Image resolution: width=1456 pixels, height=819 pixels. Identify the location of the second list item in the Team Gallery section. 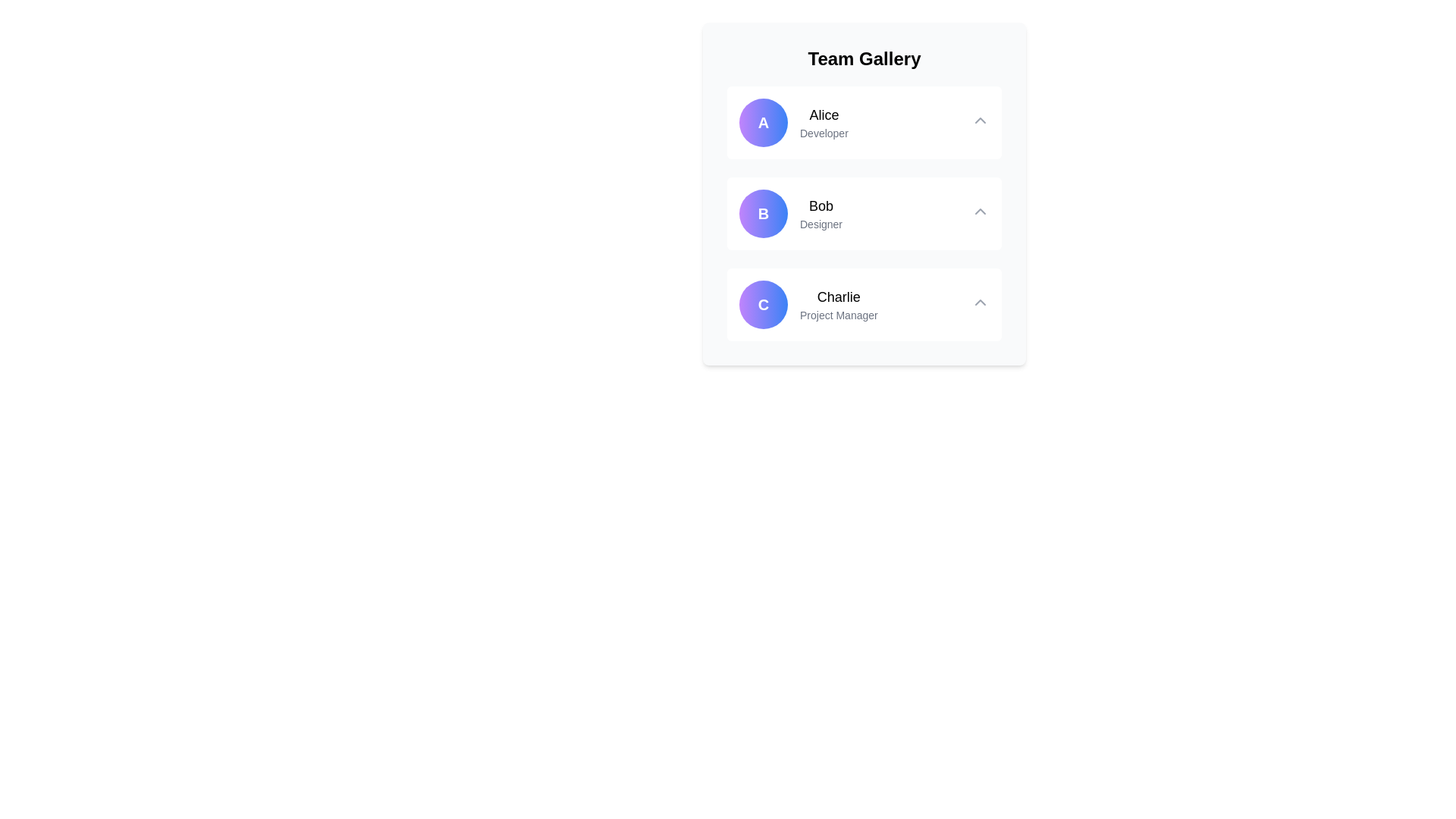
(864, 213).